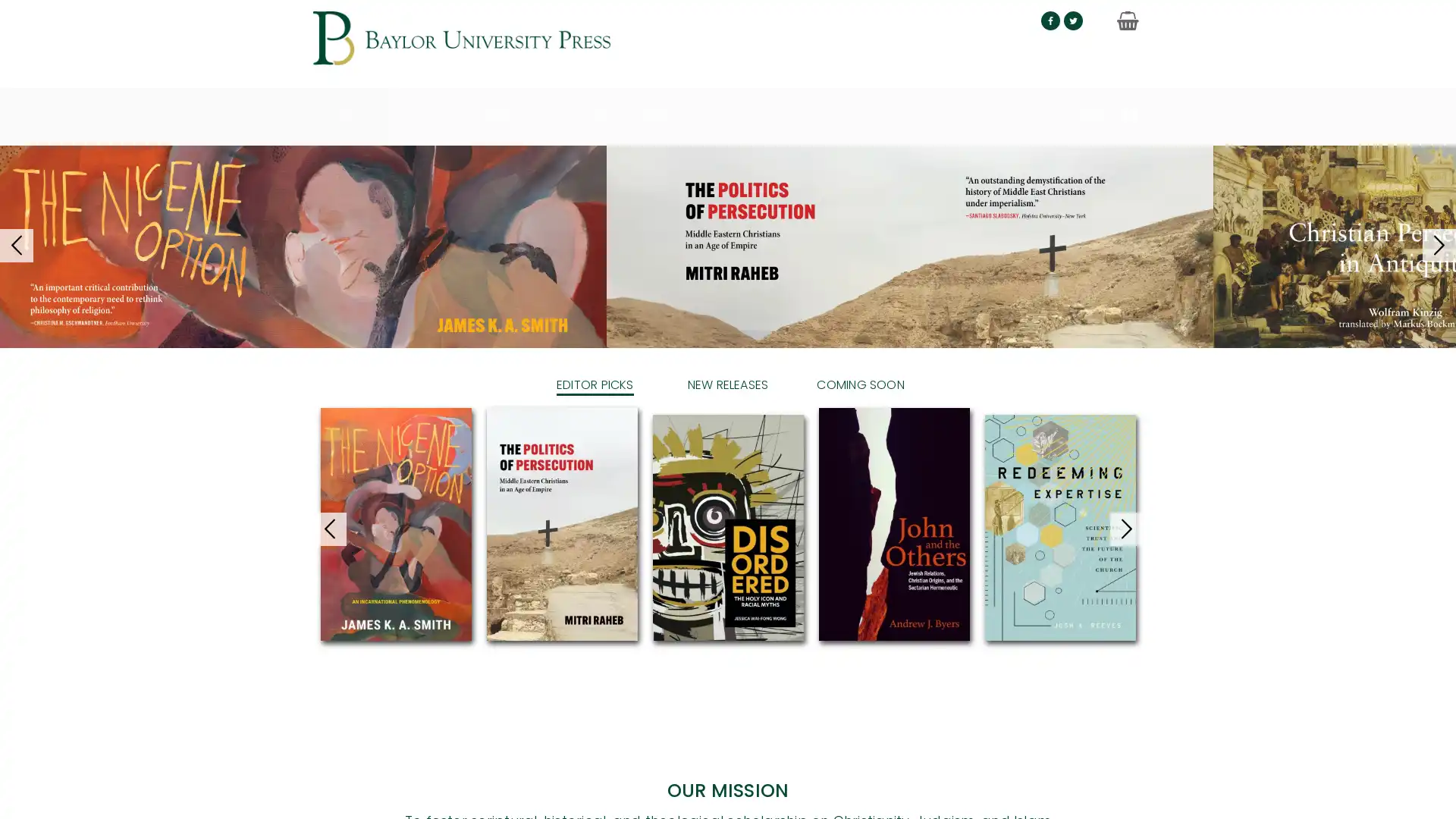 The height and width of the screenshot is (819, 1456). Describe the element at coordinates (1103, 104) in the screenshot. I see `SEARCH` at that location.